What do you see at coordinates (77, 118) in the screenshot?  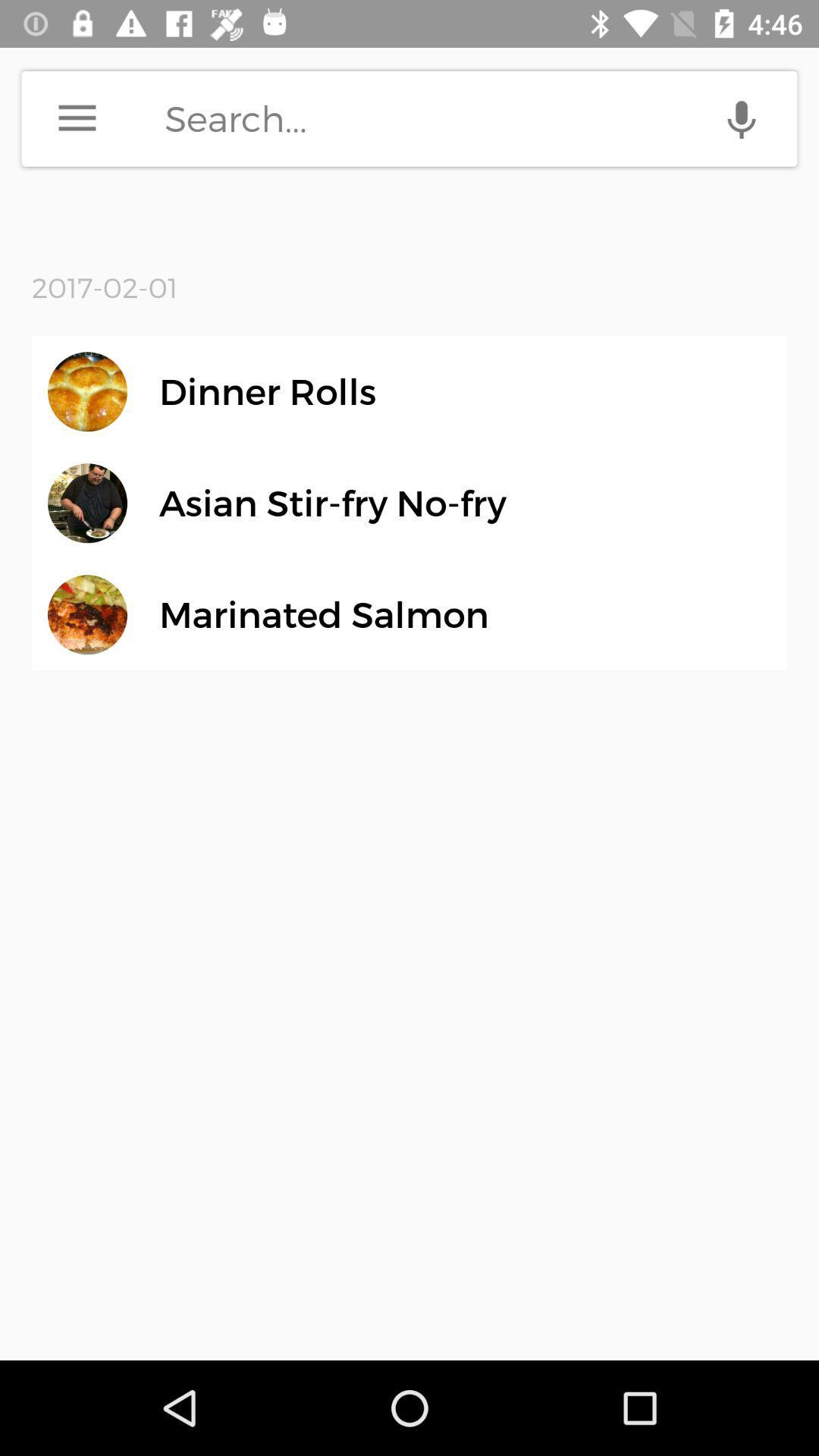 I see `menu` at bounding box center [77, 118].